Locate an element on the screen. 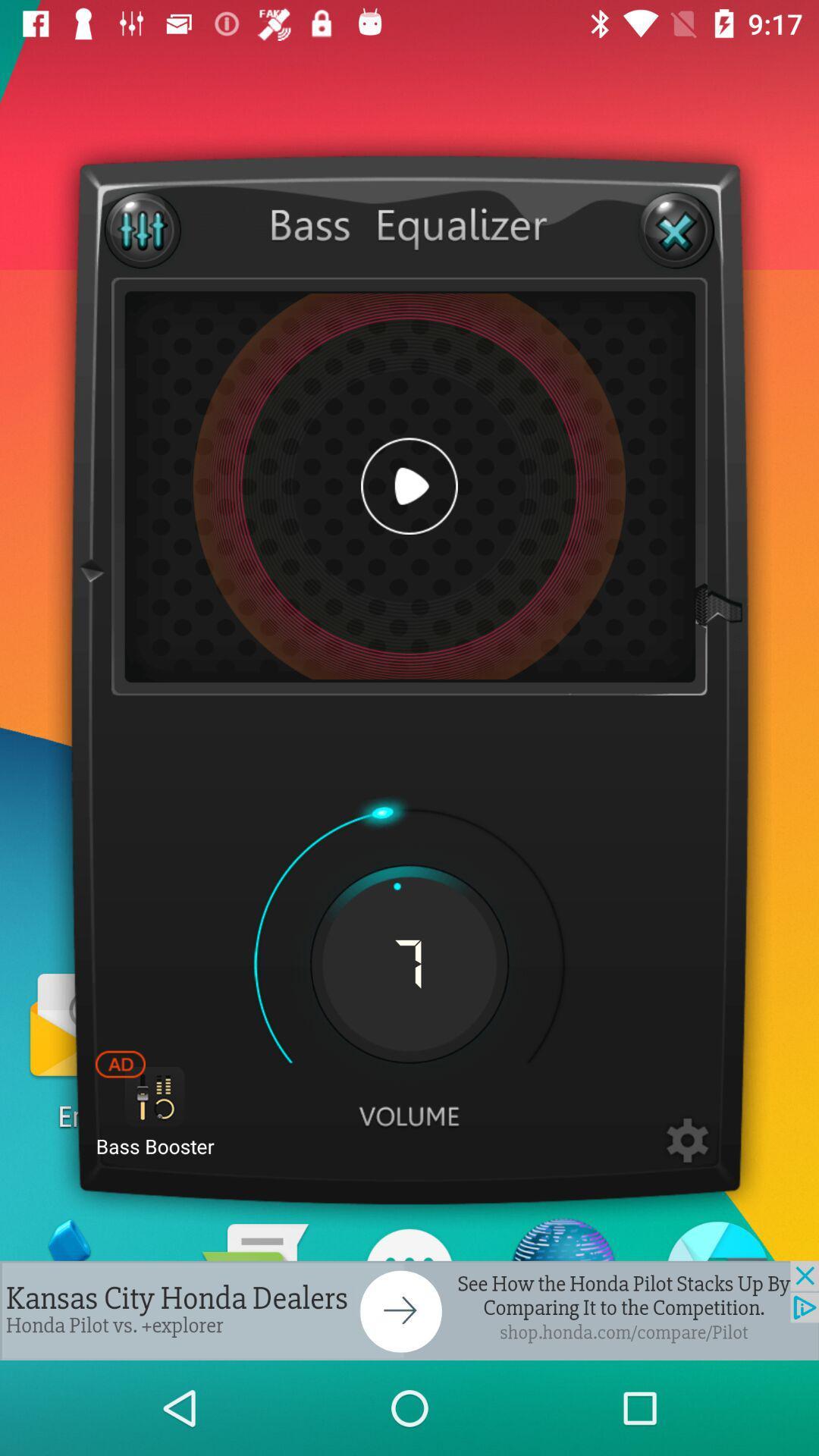  advertisement is located at coordinates (409, 1310).